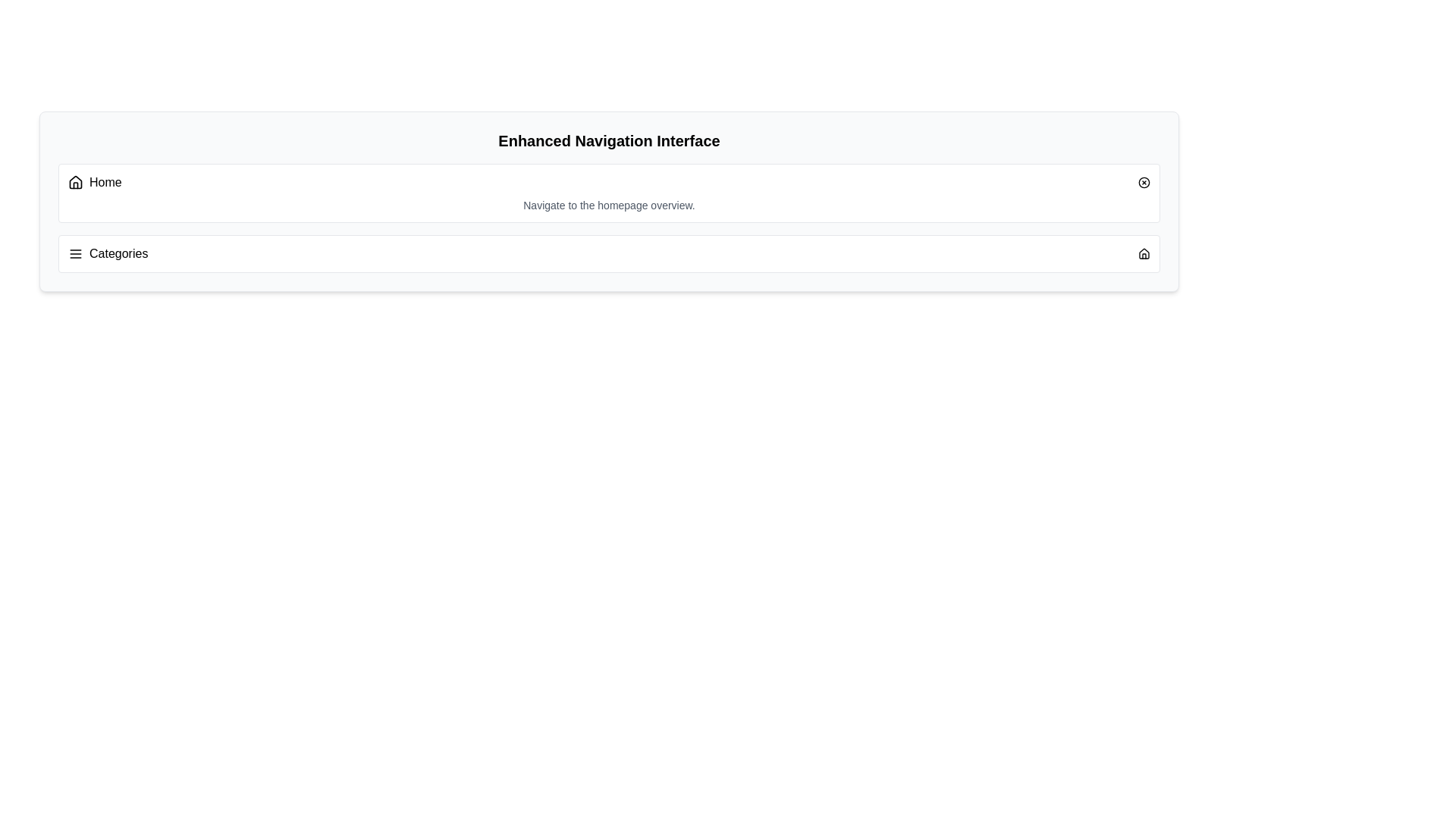  I want to click on the 'Home' text element with the house icon, so click(94, 181).